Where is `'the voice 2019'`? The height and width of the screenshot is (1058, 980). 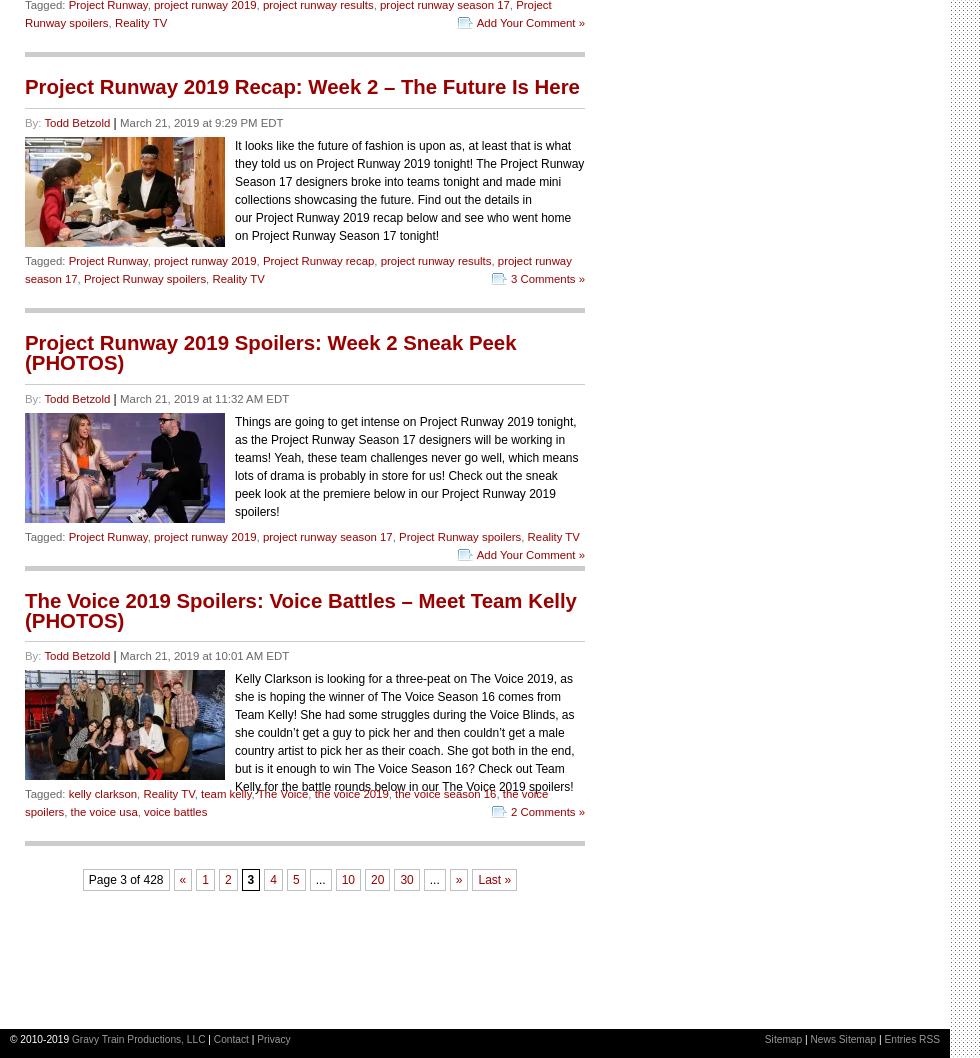 'the voice 2019' is located at coordinates (313, 794).